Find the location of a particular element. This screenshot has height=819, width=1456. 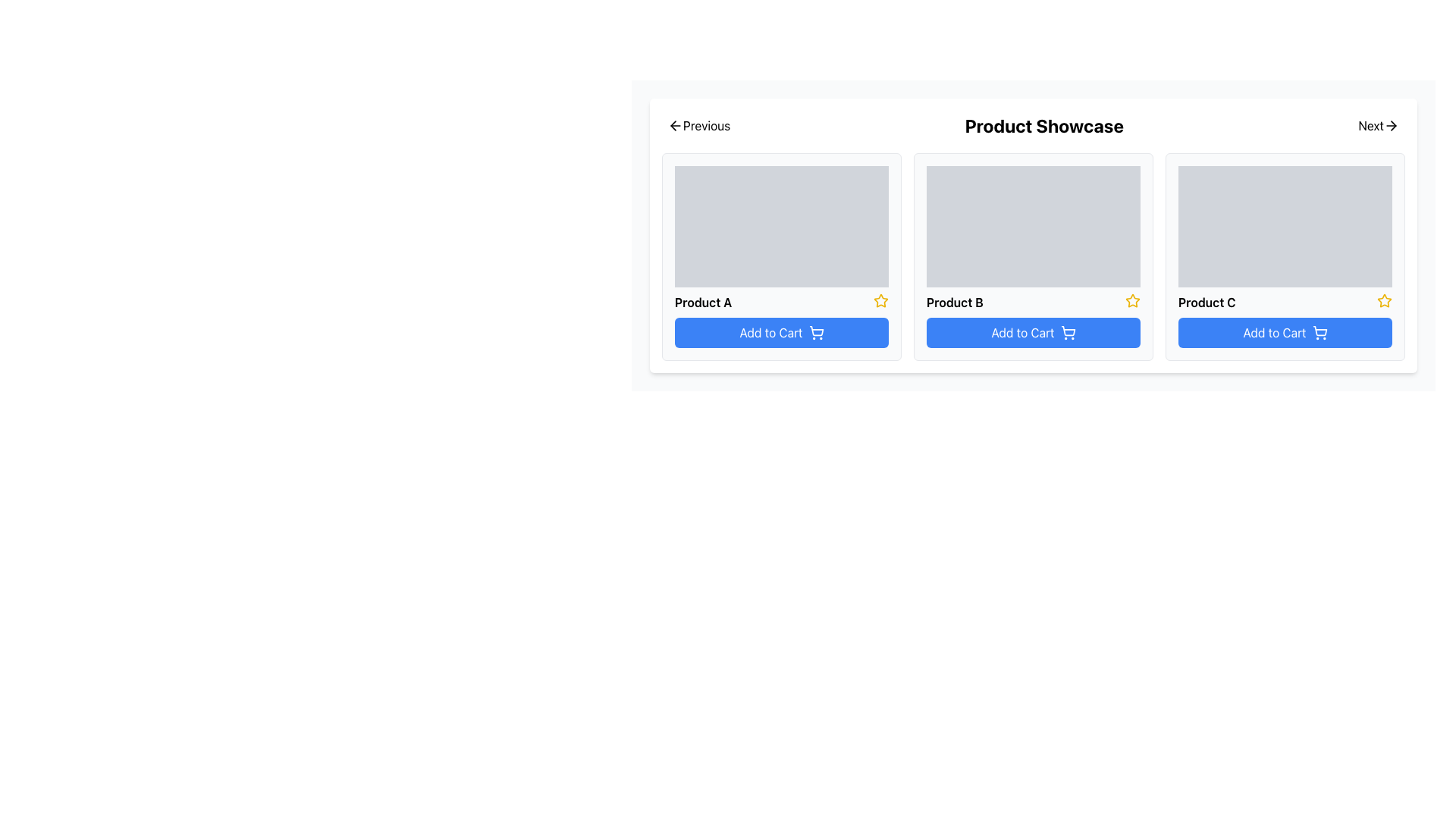

the shopping cart icon associated with the 'Add to Cart' button for Product C to observe potential visual changes is located at coordinates (1319, 330).